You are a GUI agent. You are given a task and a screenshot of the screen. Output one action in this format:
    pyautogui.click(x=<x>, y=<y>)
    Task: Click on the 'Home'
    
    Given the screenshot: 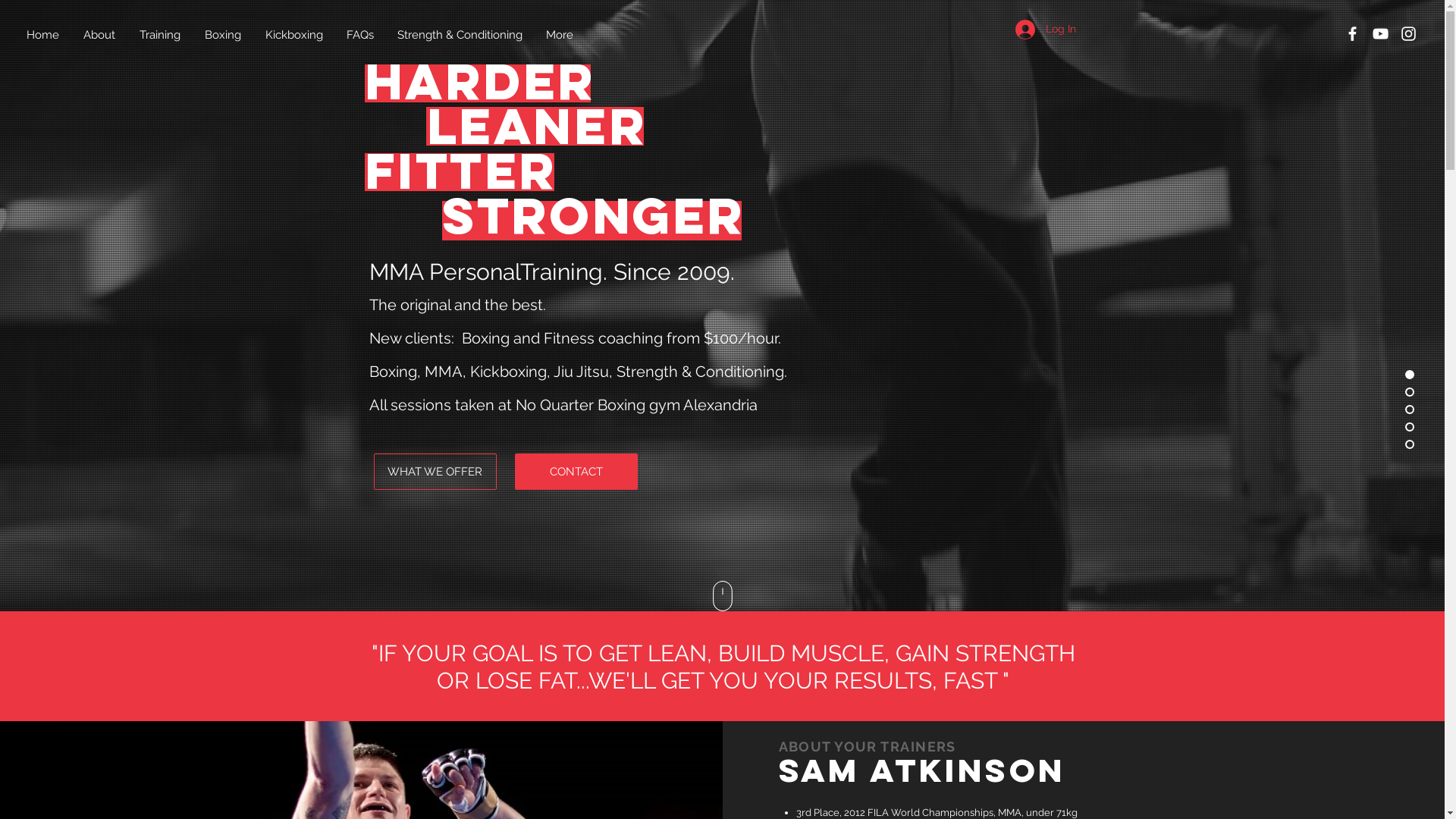 What is the action you would take?
    pyautogui.click(x=43, y=34)
    